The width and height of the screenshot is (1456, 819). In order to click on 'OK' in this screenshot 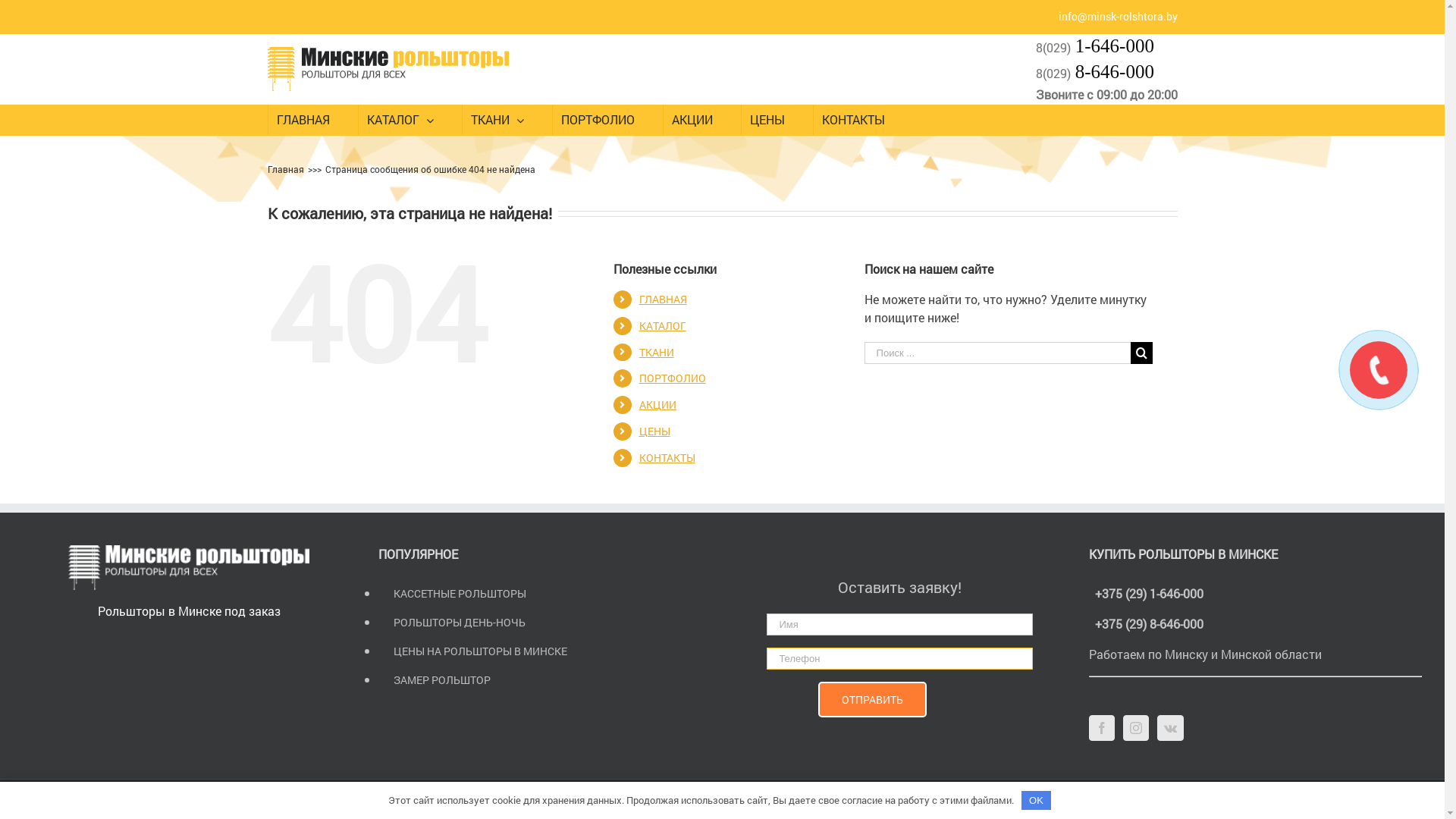, I will do `click(1036, 799)`.